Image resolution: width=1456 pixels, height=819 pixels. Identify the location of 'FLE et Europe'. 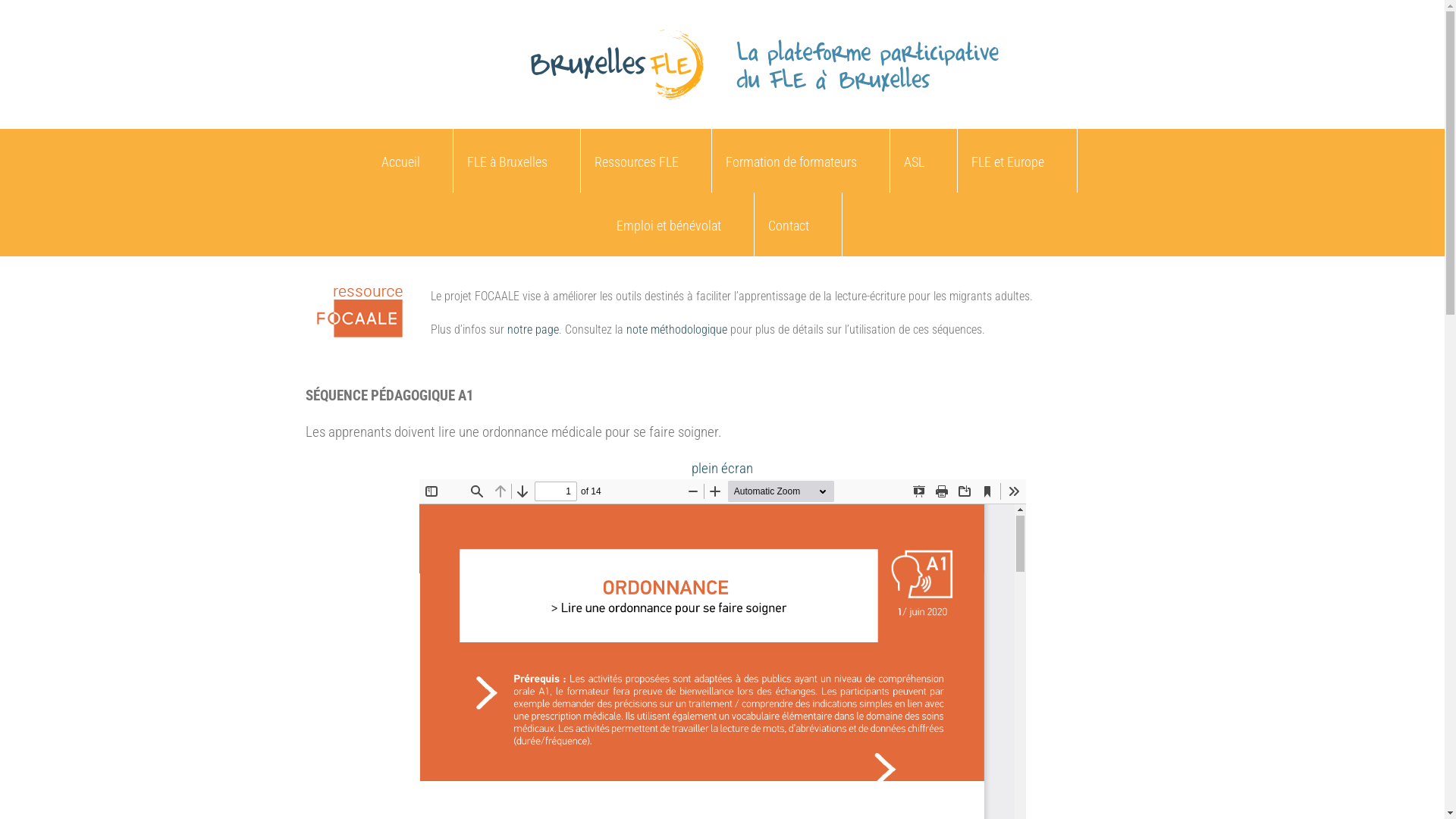
(1007, 161).